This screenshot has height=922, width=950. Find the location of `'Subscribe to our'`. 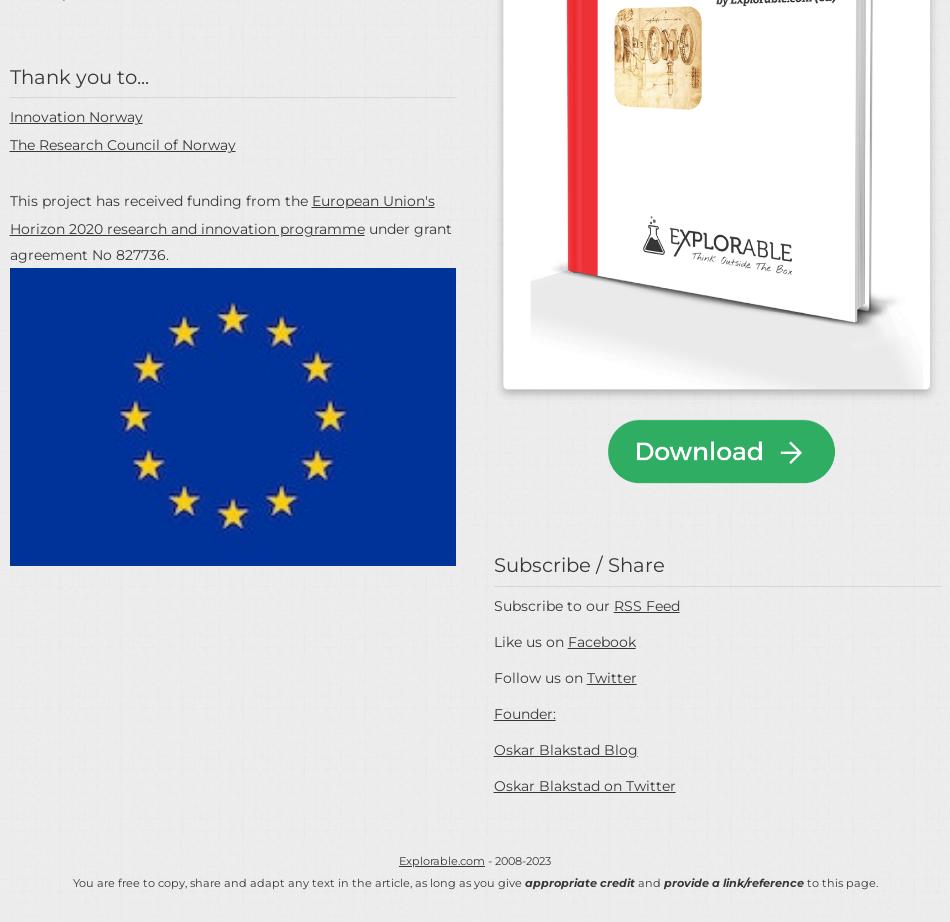

'Subscribe to our' is located at coordinates (552, 605).